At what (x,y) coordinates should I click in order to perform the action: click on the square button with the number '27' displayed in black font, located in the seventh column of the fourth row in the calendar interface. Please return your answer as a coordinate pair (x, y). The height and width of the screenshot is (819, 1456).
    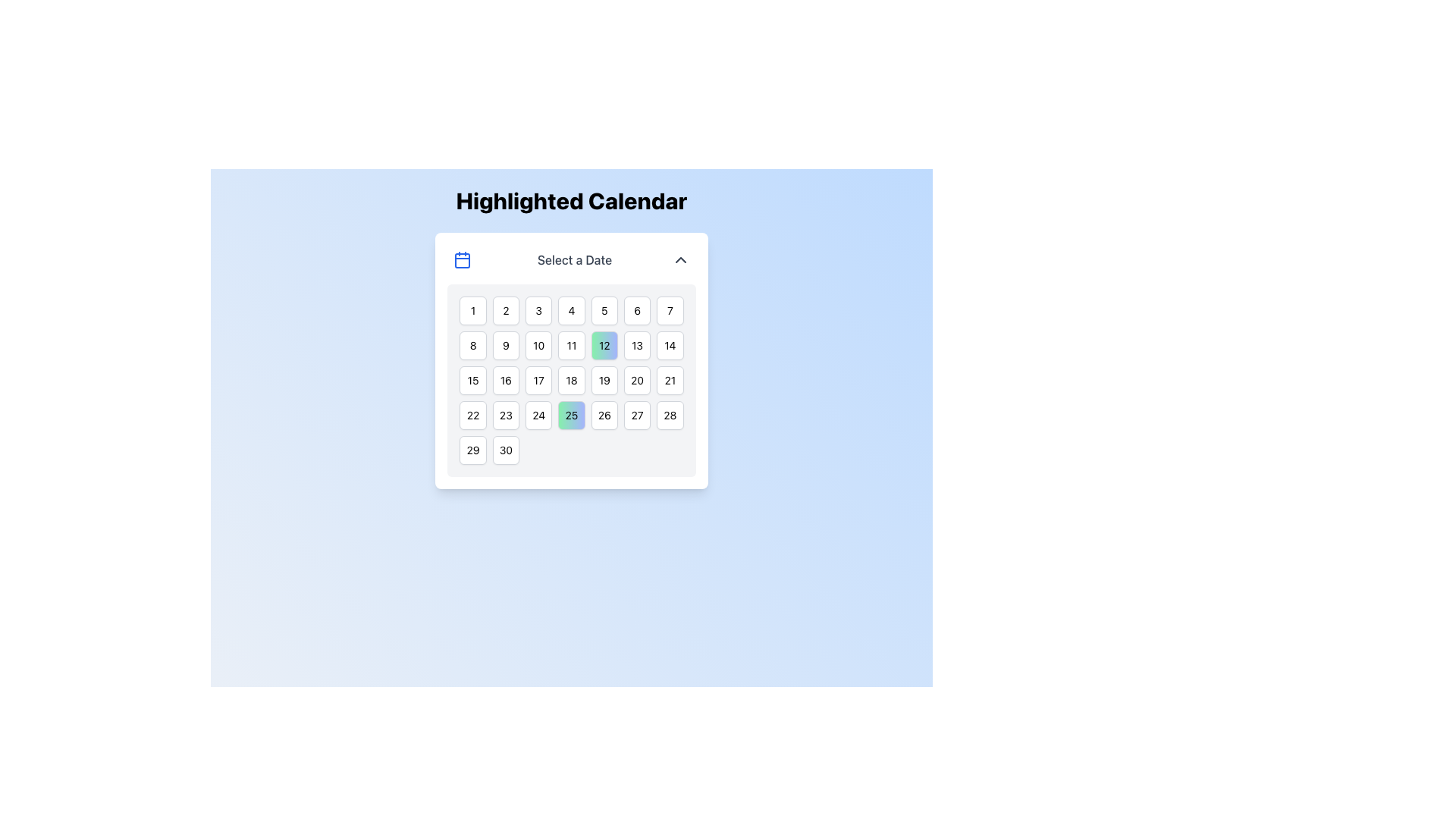
    Looking at the image, I should click on (637, 415).